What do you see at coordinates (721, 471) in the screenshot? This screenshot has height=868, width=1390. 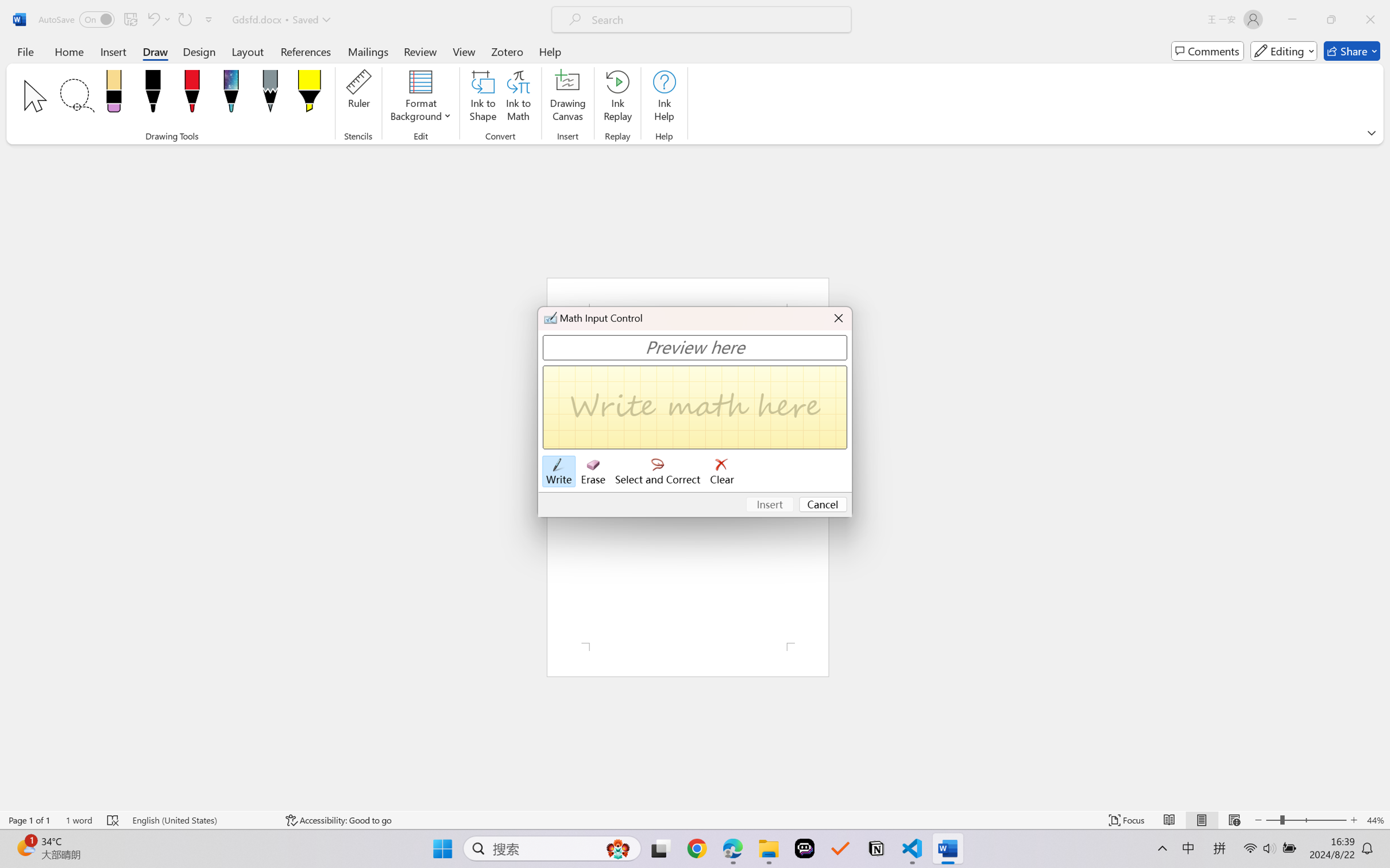 I see `'Clear'` at bounding box center [721, 471].